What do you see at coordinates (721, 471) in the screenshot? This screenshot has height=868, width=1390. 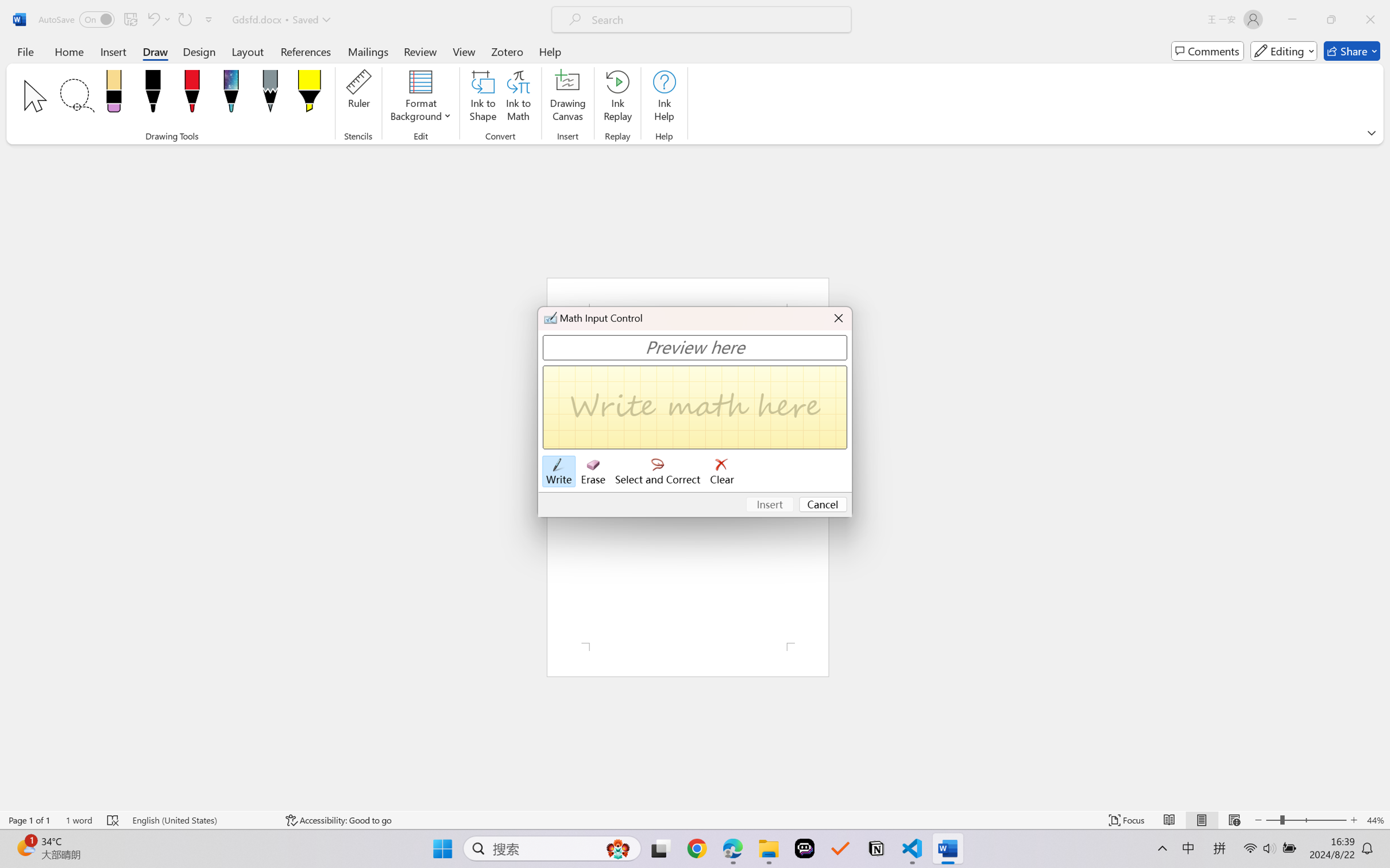 I see `'Clear'` at bounding box center [721, 471].